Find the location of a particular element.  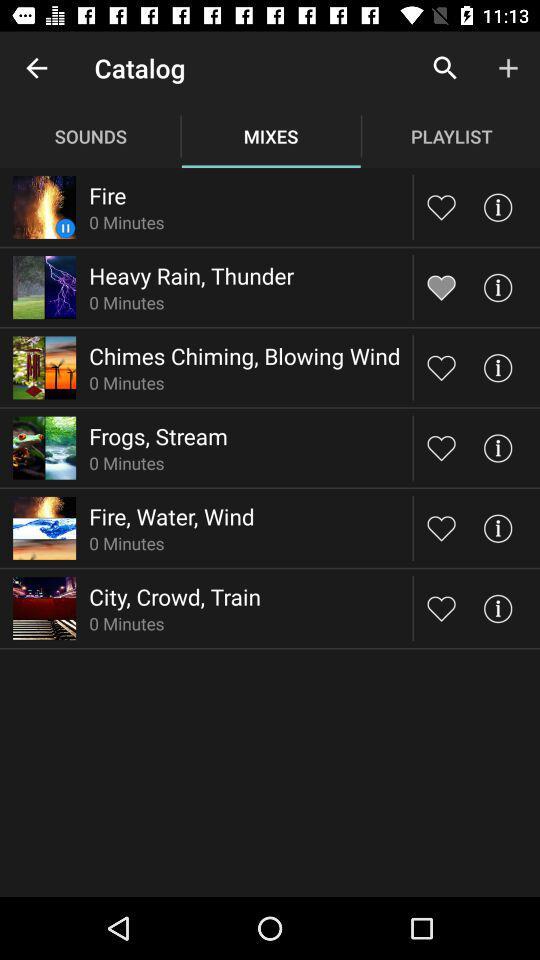

get more information is located at coordinates (496, 286).